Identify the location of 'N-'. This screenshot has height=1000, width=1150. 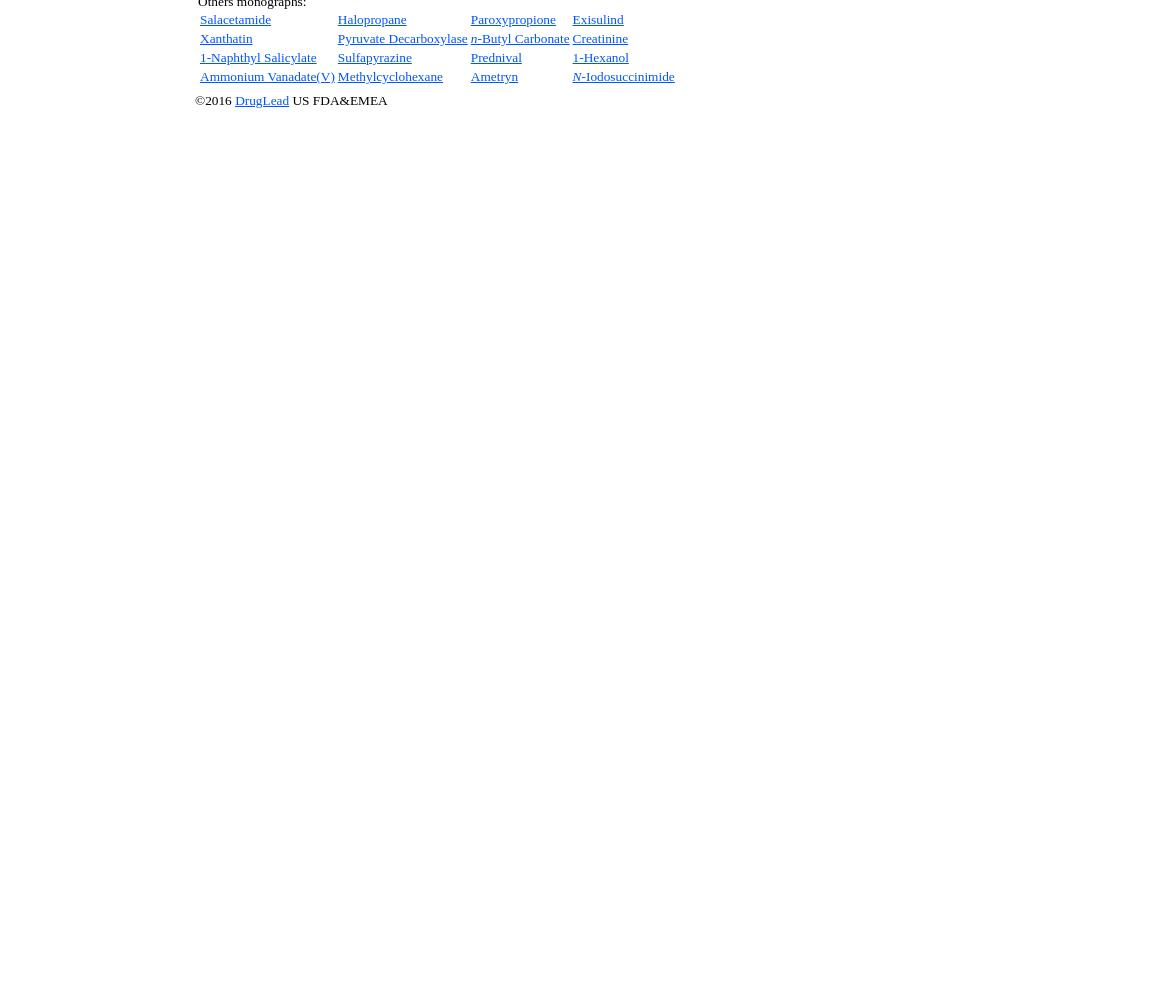
(577, 75).